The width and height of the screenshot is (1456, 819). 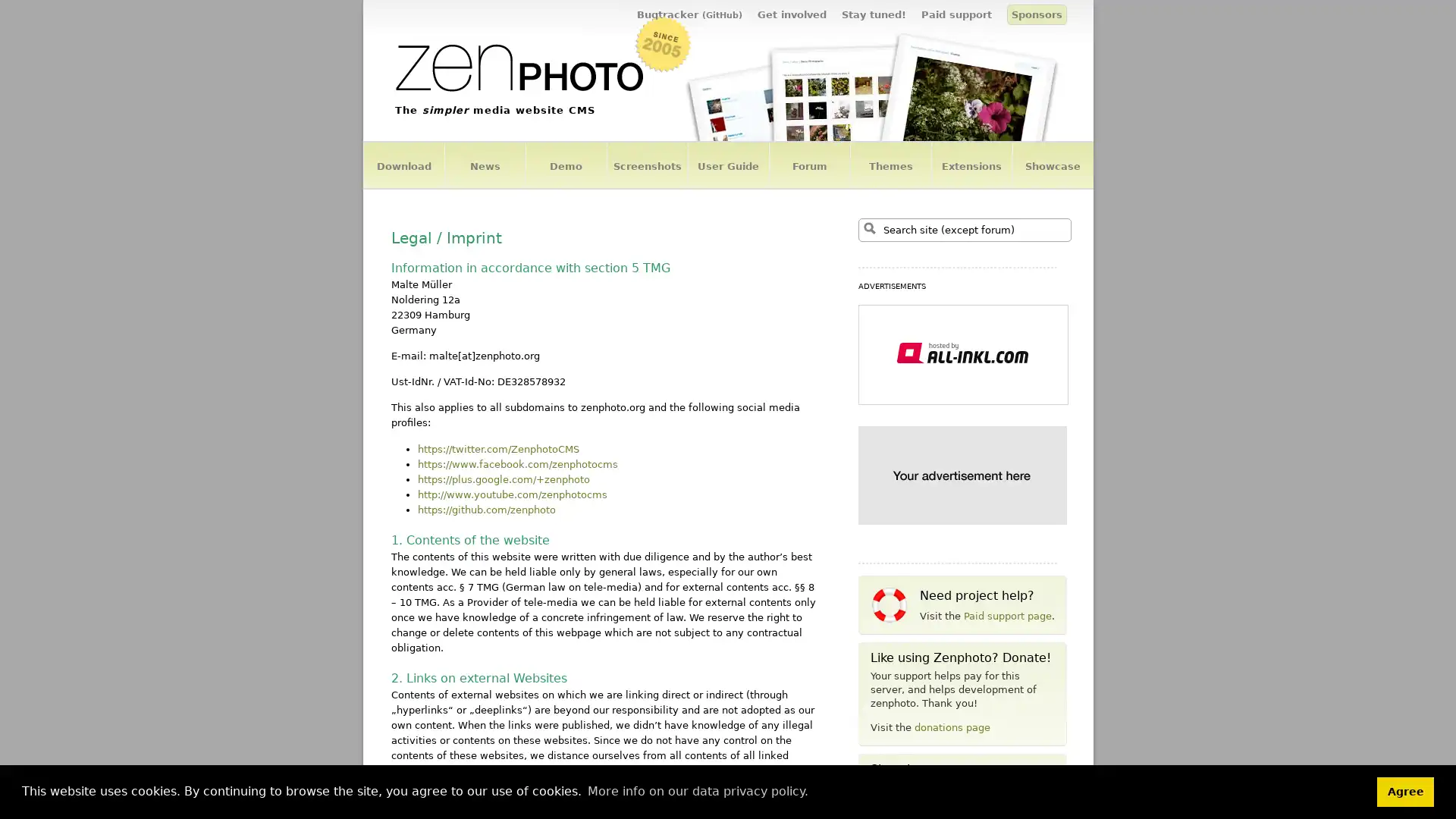 What do you see at coordinates (1404, 791) in the screenshot?
I see `dismiss cookie message` at bounding box center [1404, 791].